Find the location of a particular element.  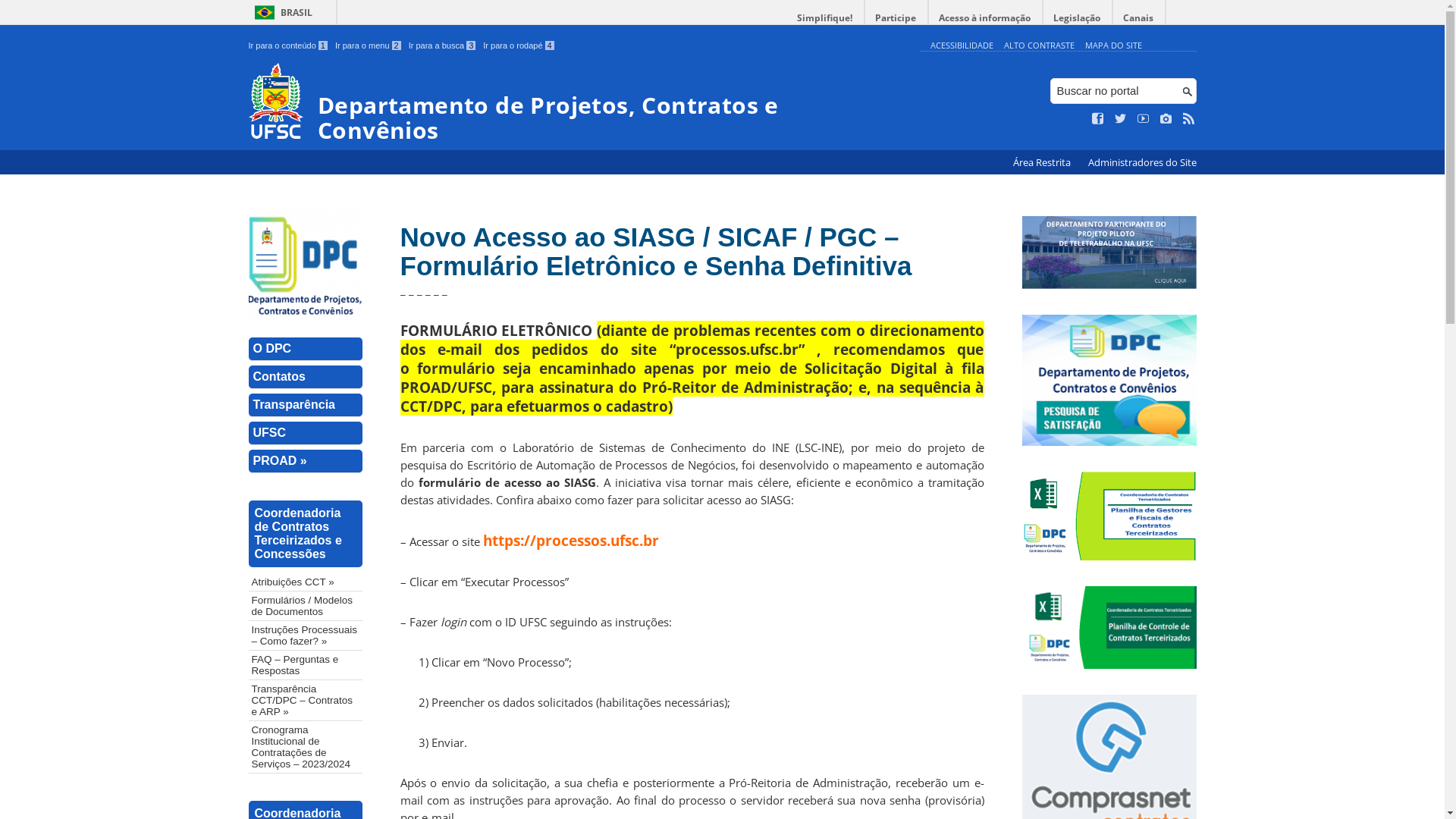

'ALTO CONTRASTE' is located at coordinates (1038, 44).